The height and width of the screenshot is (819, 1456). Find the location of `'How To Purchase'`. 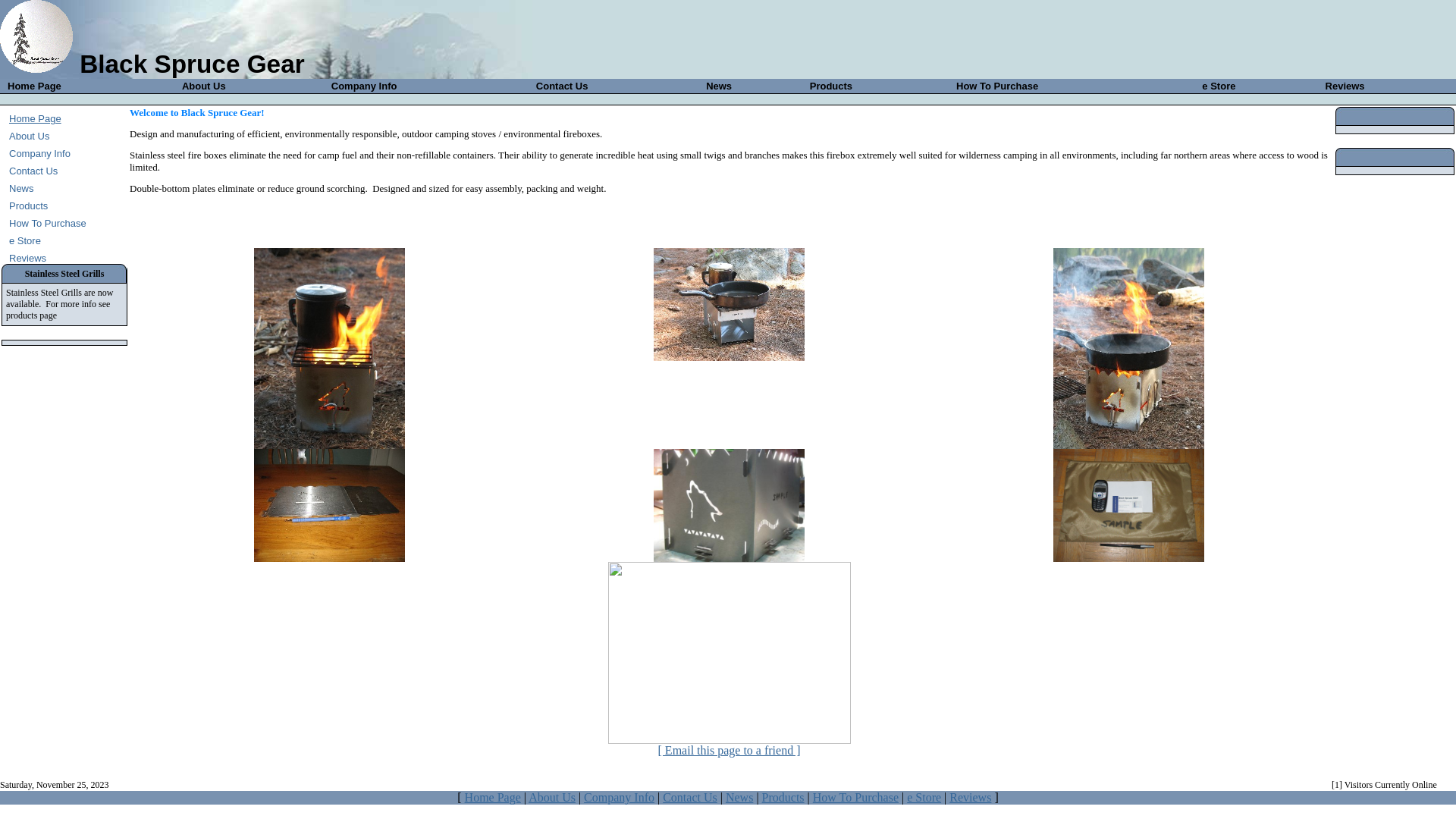

'How To Purchase' is located at coordinates (855, 796).